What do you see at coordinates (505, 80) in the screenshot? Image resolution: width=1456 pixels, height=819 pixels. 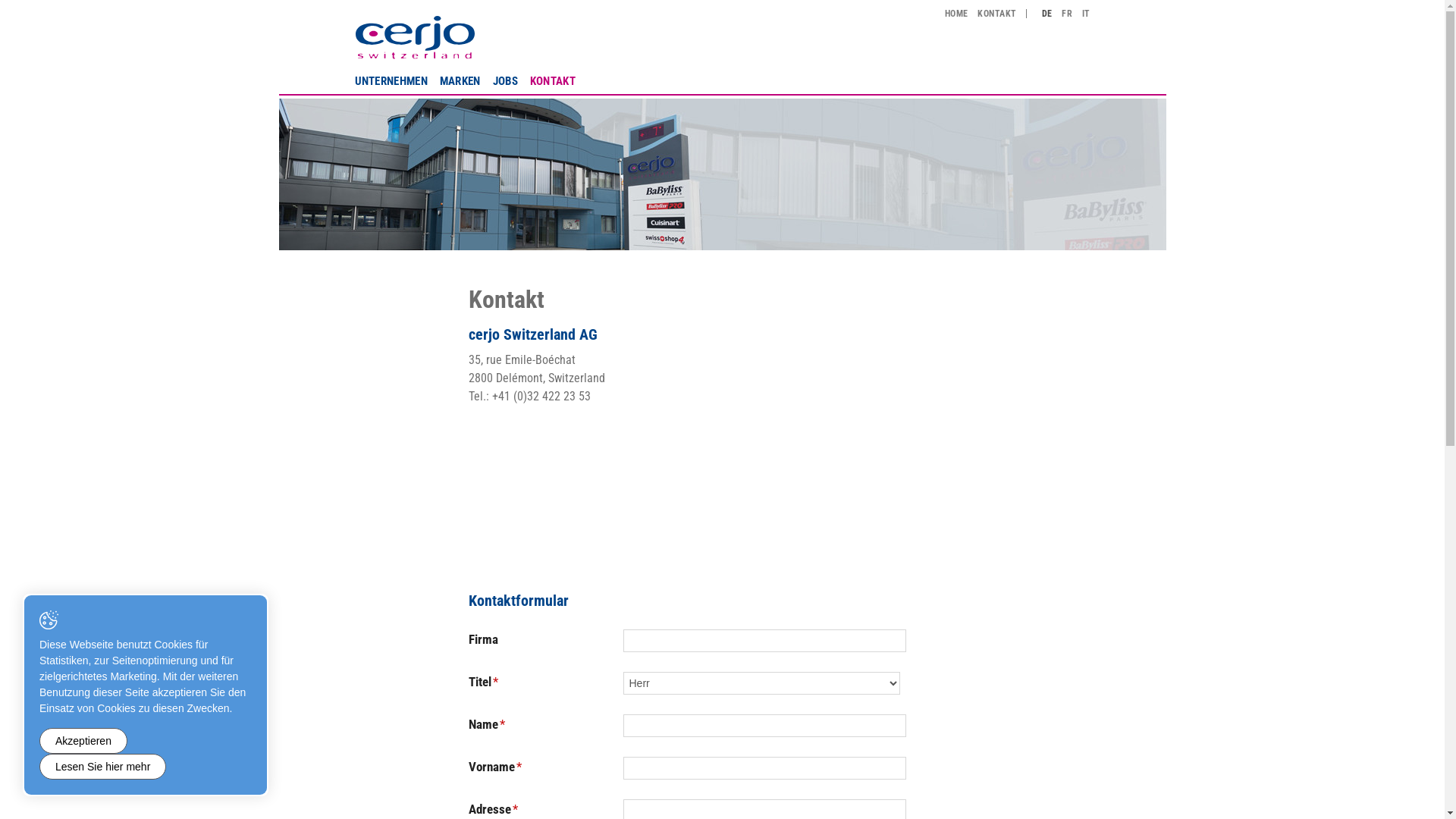 I see `'JOBS'` at bounding box center [505, 80].